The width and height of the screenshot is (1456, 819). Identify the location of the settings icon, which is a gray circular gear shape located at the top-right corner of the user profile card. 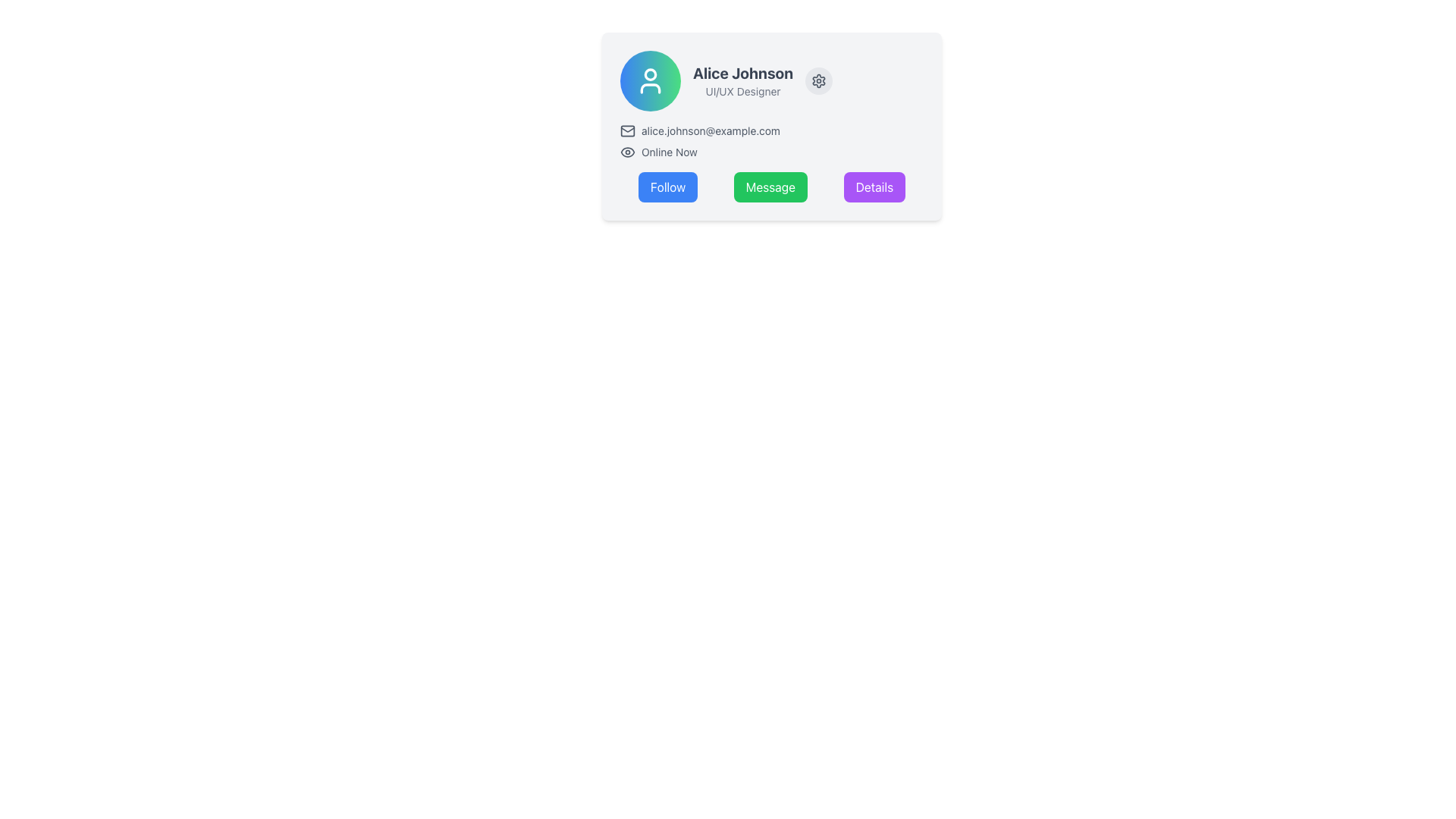
(818, 81).